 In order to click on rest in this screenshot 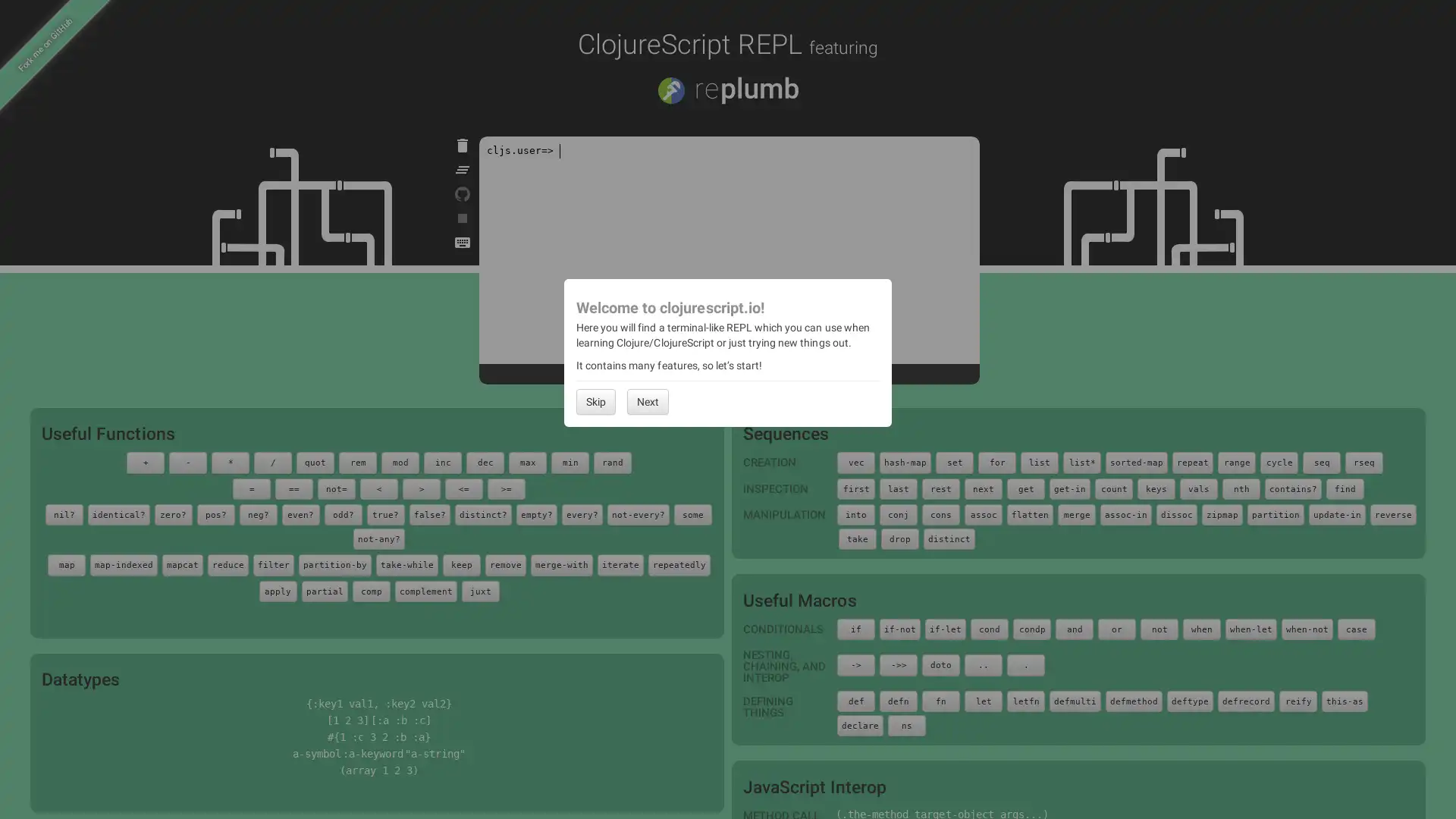, I will do `click(940, 488)`.